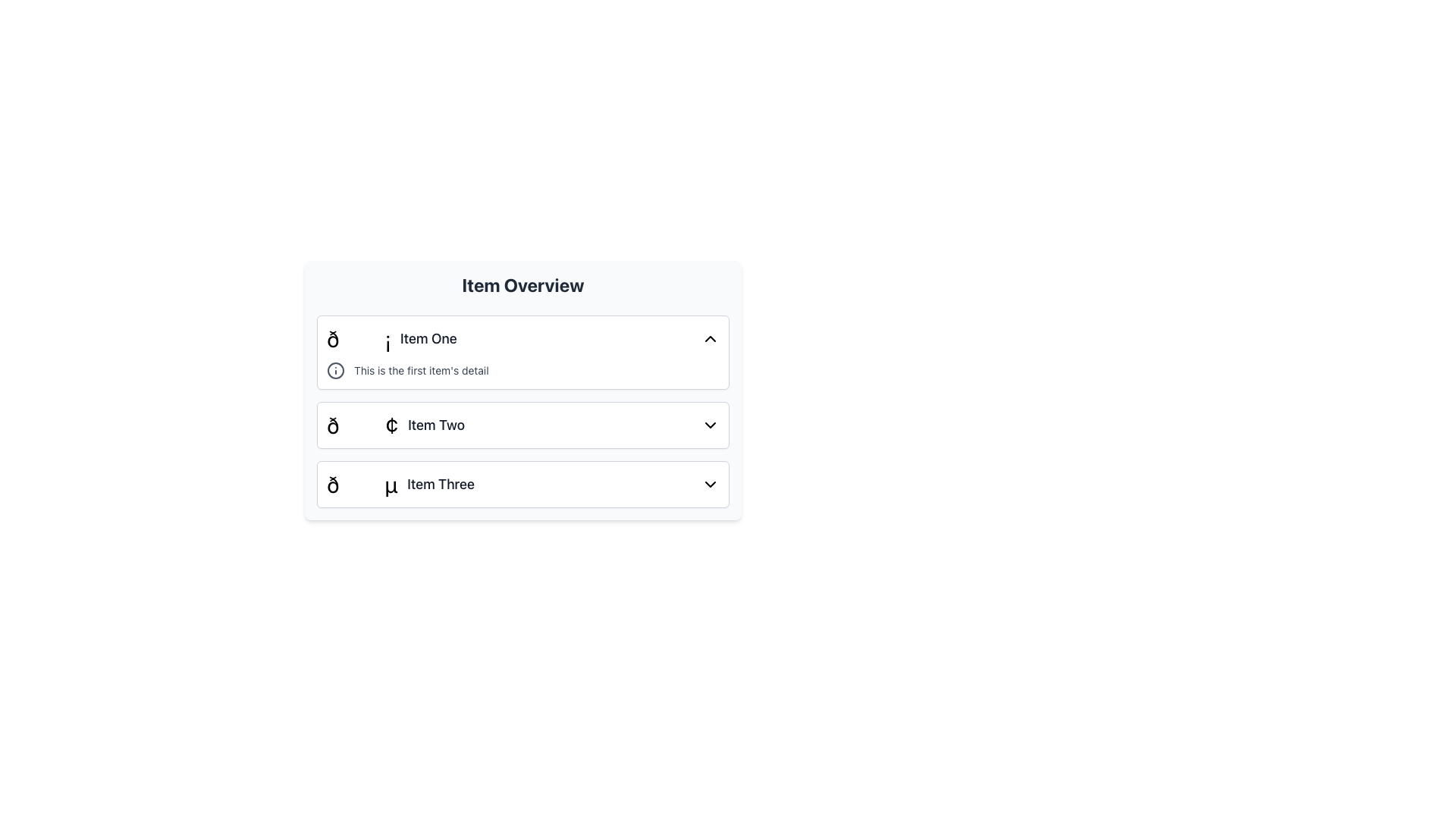  I want to click on the information icon, which is gray with a circular boundary and an 'i' shape in the center, located to the left of the text 'This is the first item's detail' in the first subsection of the list under 'Item One', so click(334, 371).